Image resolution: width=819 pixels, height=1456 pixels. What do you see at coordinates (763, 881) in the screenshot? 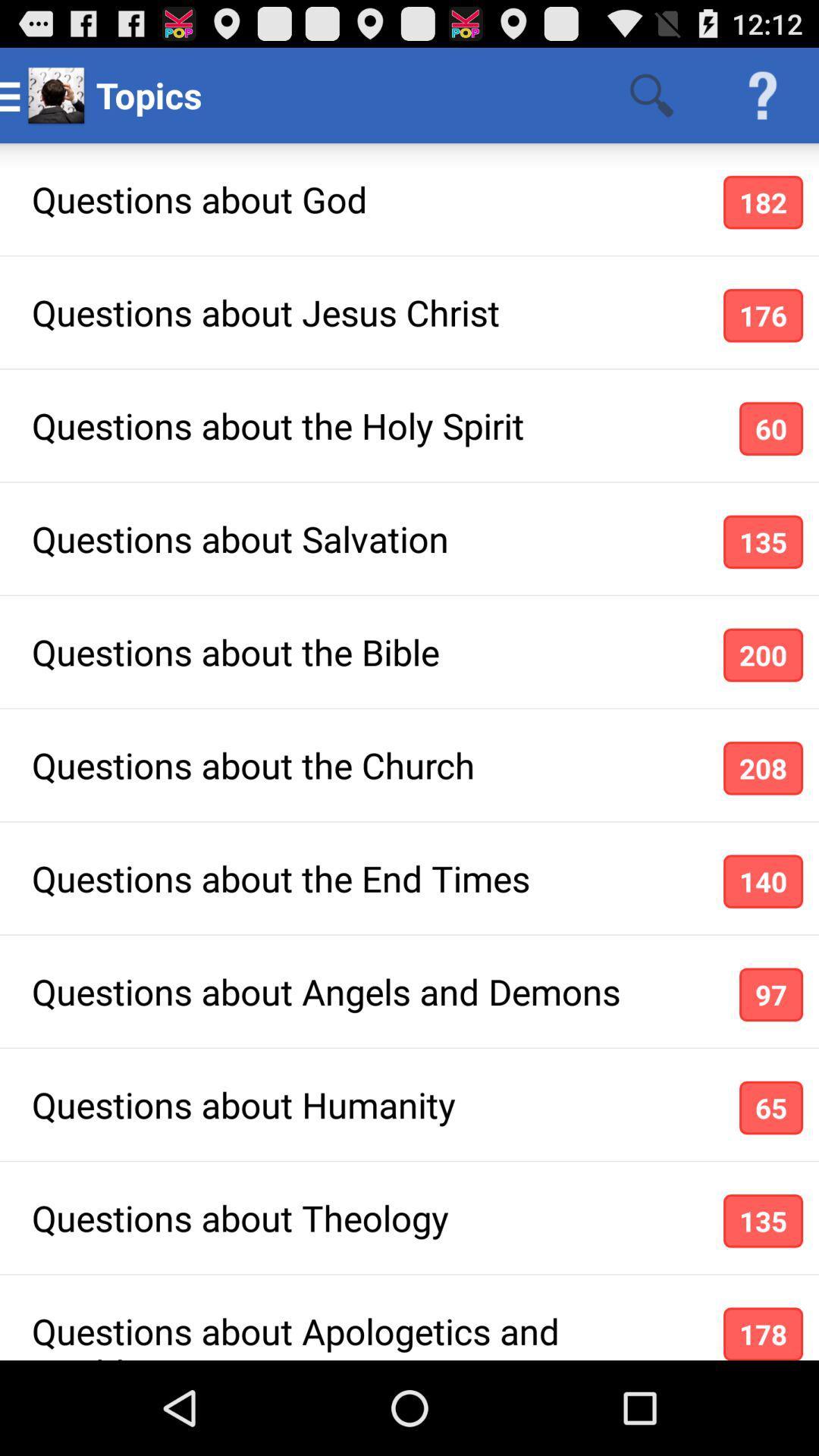
I see `140` at bounding box center [763, 881].